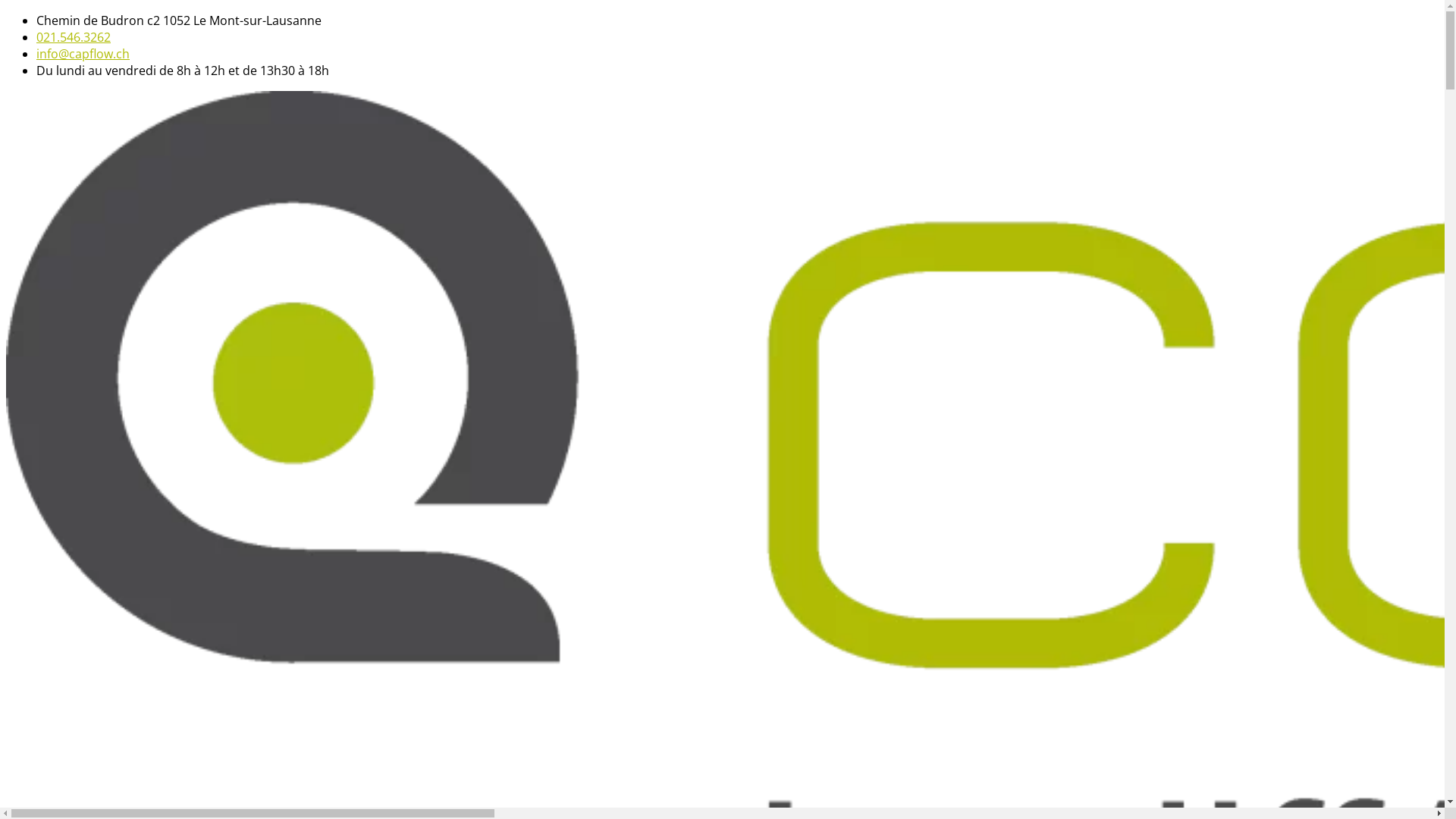  What do you see at coordinates (72, 36) in the screenshot?
I see `'021.546.3262'` at bounding box center [72, 36].